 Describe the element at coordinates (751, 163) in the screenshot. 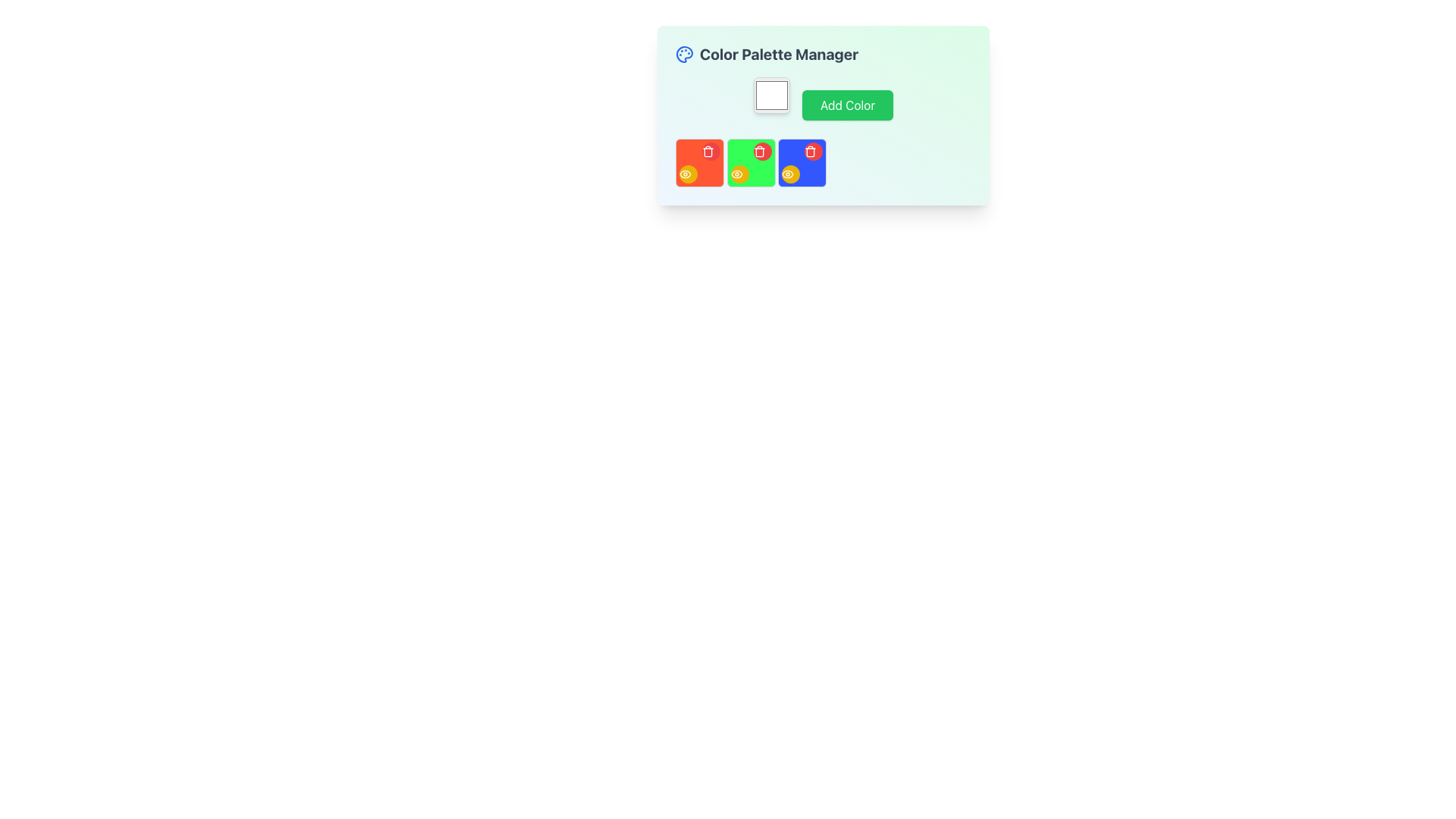

I see `the interactive card located` at that location.